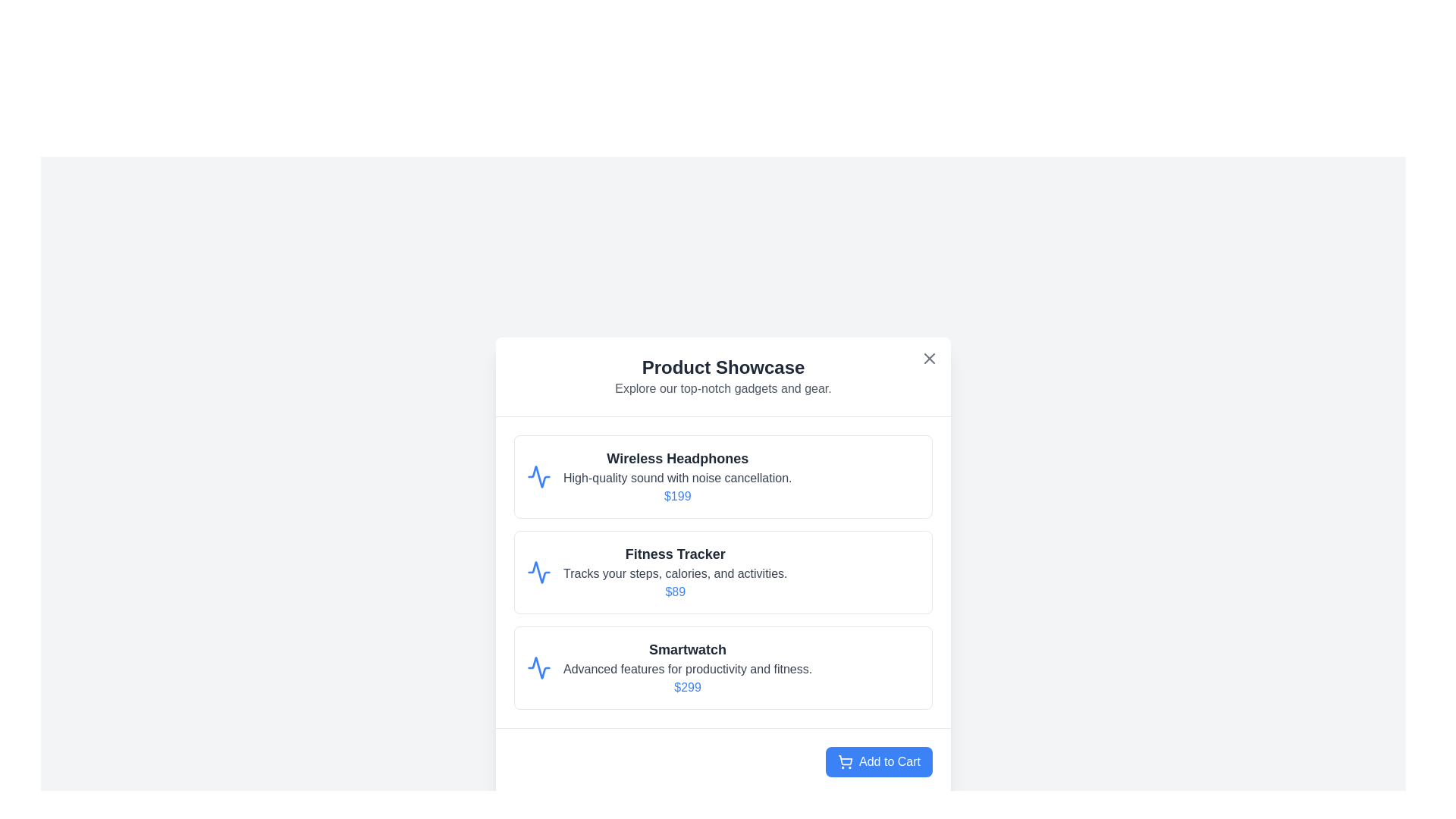  I want to click on the button used to add the currently selected product to the shopping cart, so click(879, 762).